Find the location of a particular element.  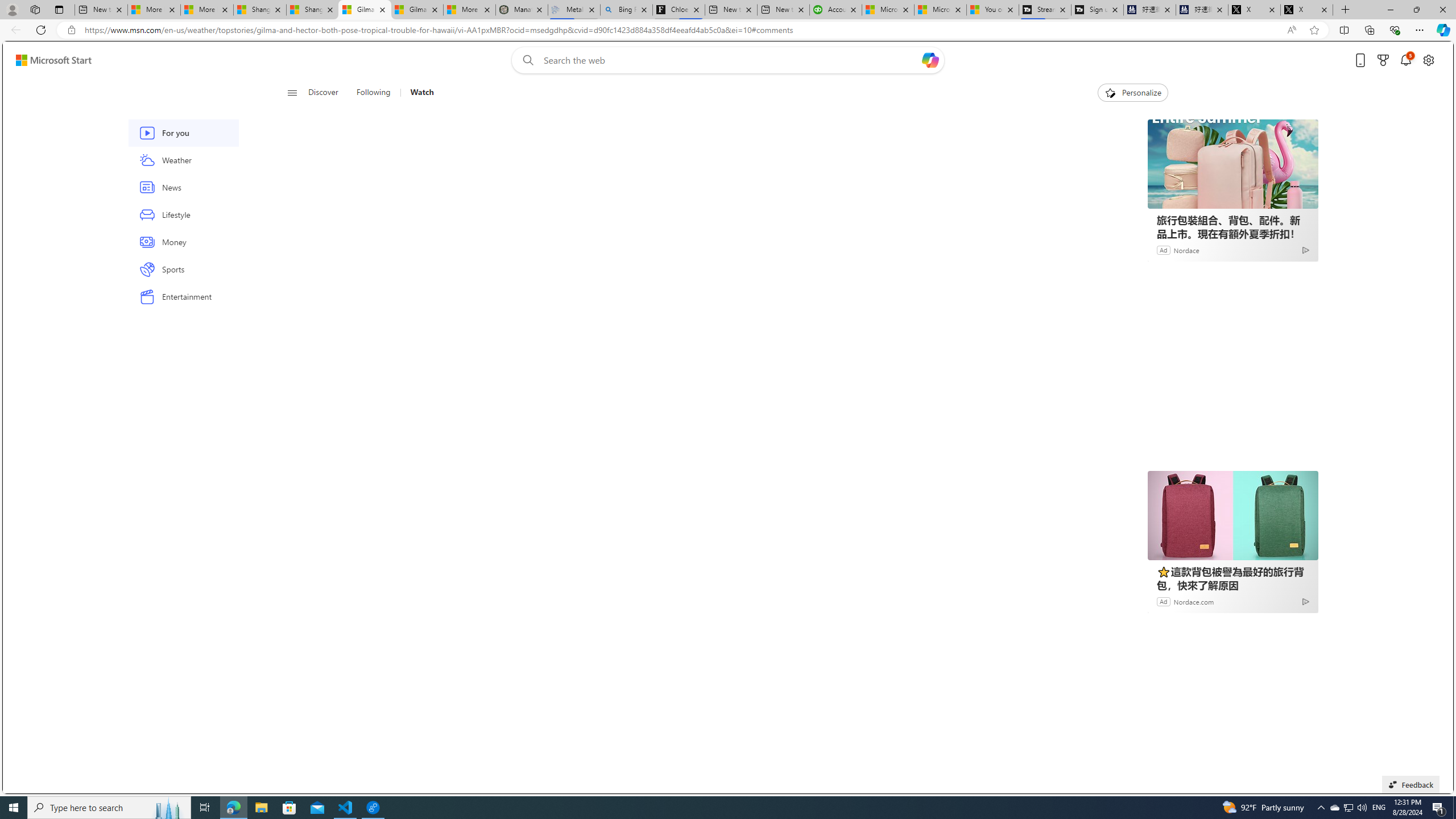

'Open settings' is located at coordinates (1428, 60).